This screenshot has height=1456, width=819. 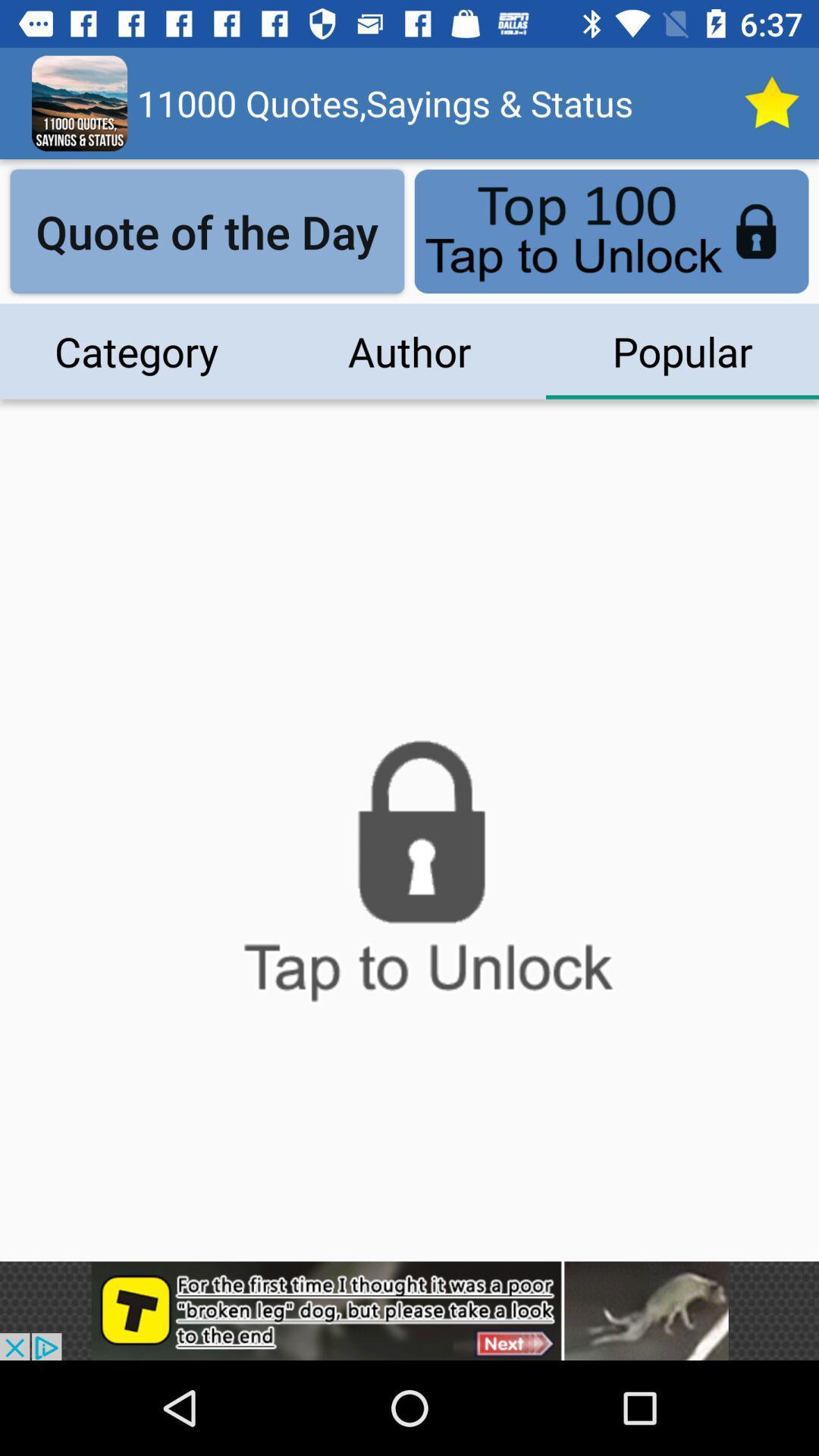 What do you see at coordinates (771, 102) in the screenshot?
I see `top quotes today` at bounding box center [771, 102].